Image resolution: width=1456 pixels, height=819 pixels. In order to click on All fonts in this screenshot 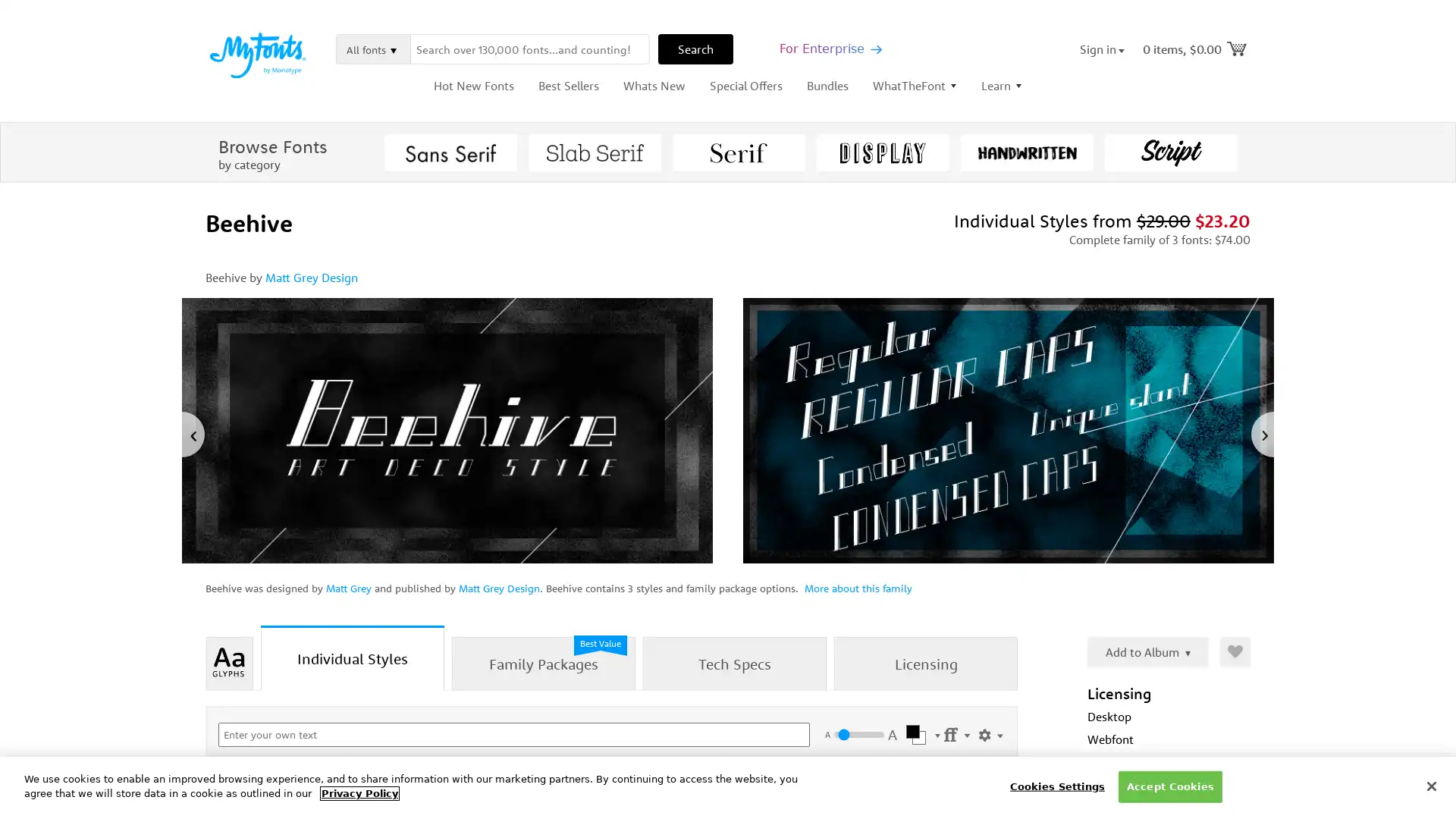, I will do `click(373, 49)`.